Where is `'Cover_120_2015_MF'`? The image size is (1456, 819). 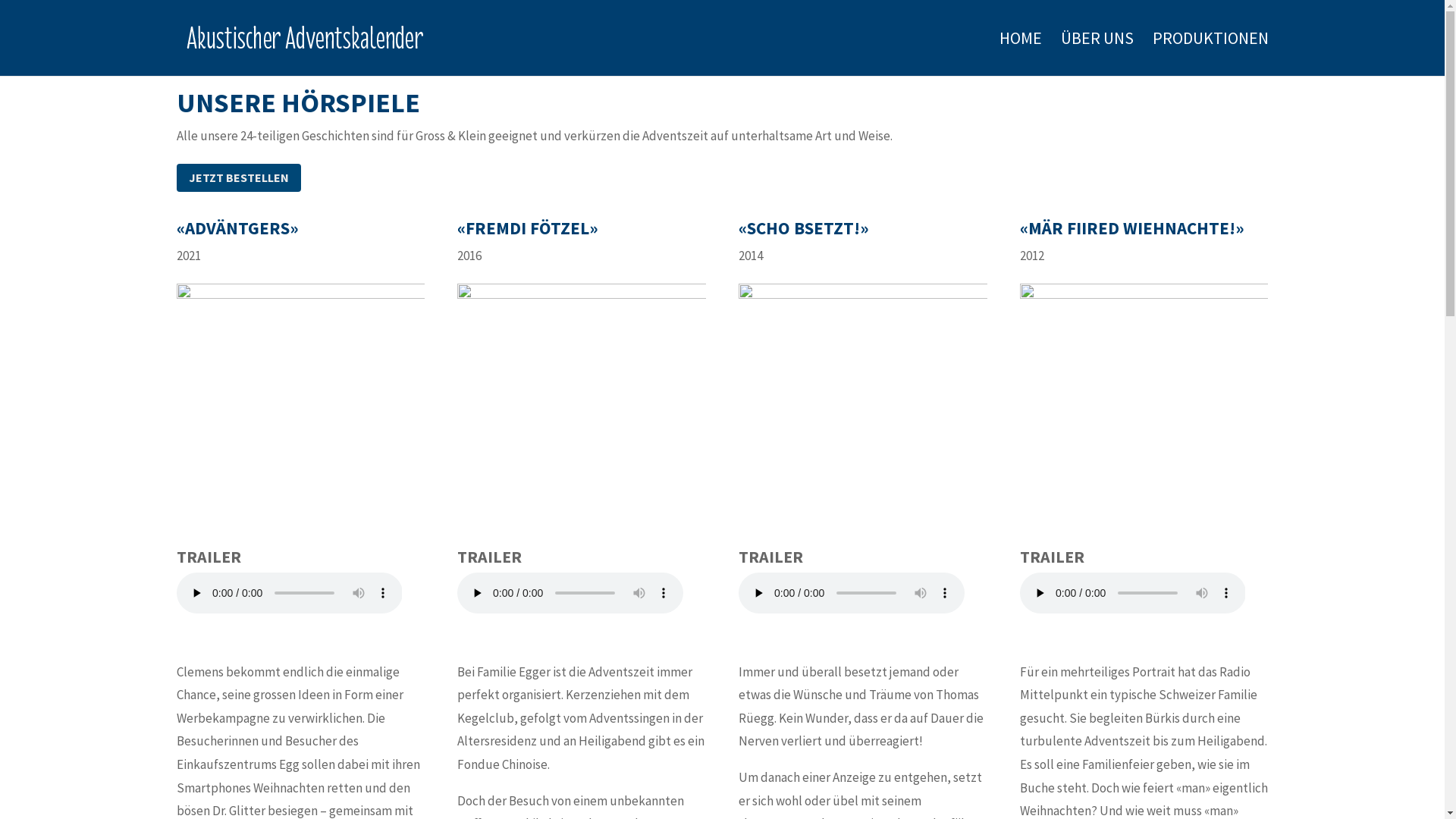
'Cover_120_2015_MF' is located at coordinates (1144, 406).